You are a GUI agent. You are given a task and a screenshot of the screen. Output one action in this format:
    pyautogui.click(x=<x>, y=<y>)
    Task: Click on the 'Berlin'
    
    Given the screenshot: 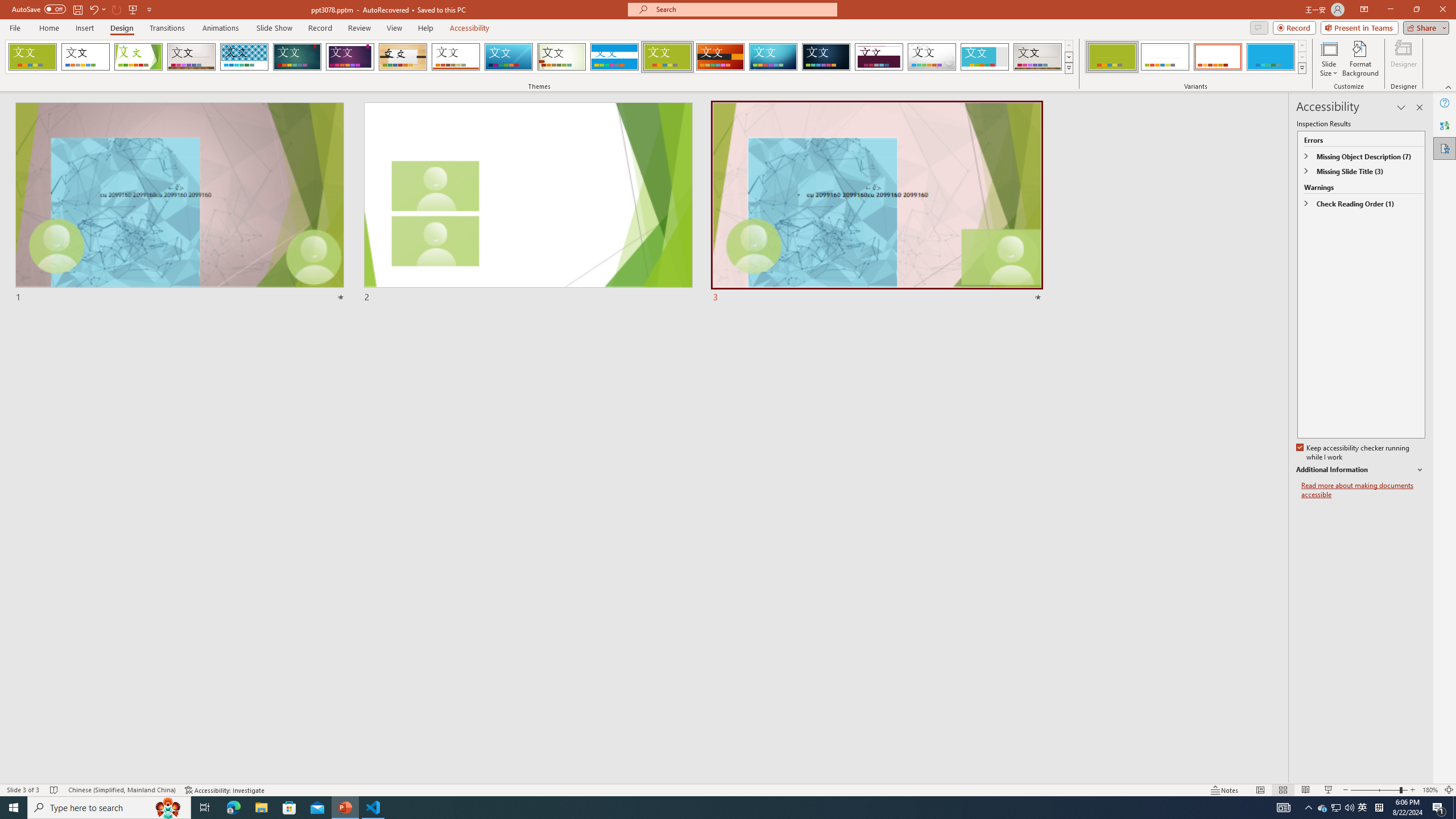 What is the action you would take?
    pyautogui.click(x=721, y=56)
    